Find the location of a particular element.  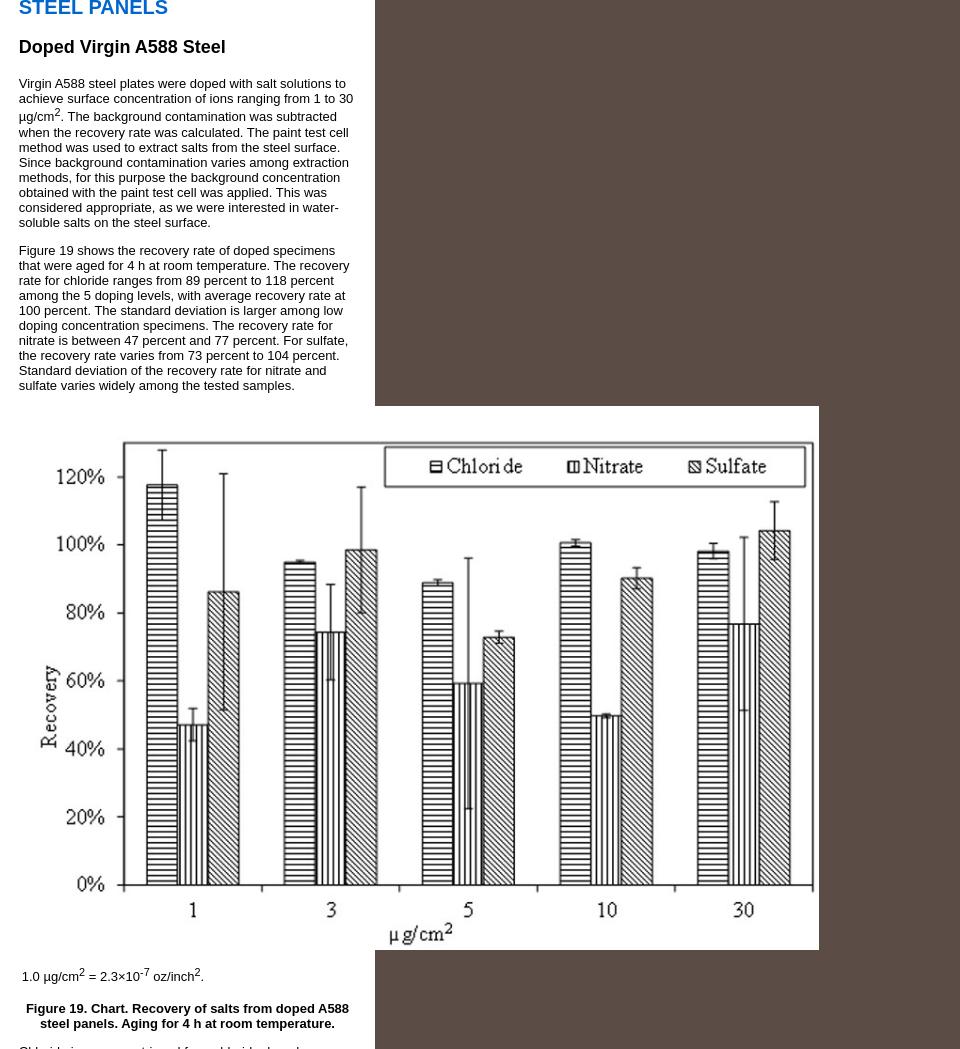

'-7' is located at coordinates (138, 971).